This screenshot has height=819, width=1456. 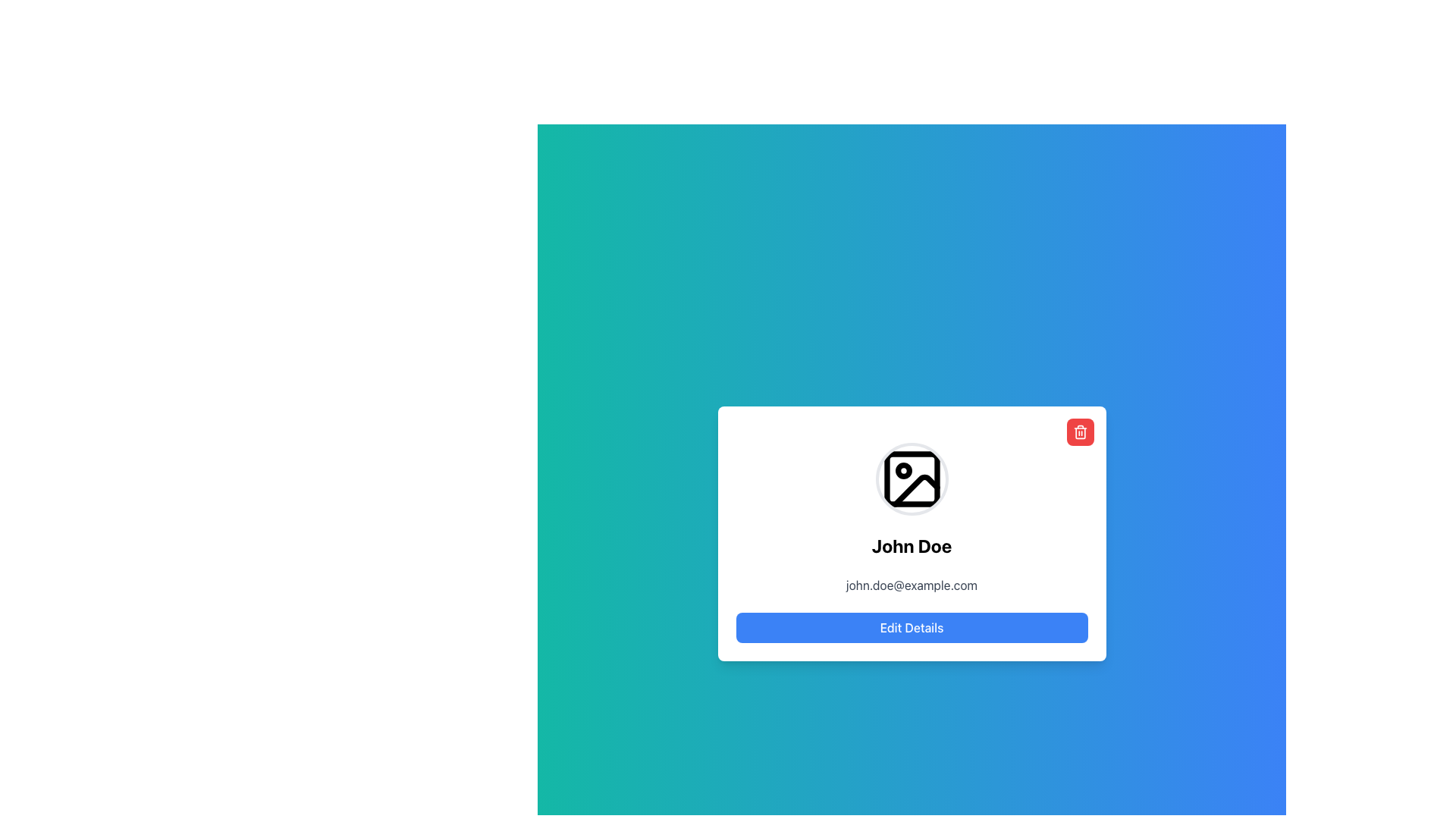 I want to click on the delete button located in the top-right corner of the user information card, which includes a profile icon and an 'Edit Details' button, so click(x=1079, y=432).